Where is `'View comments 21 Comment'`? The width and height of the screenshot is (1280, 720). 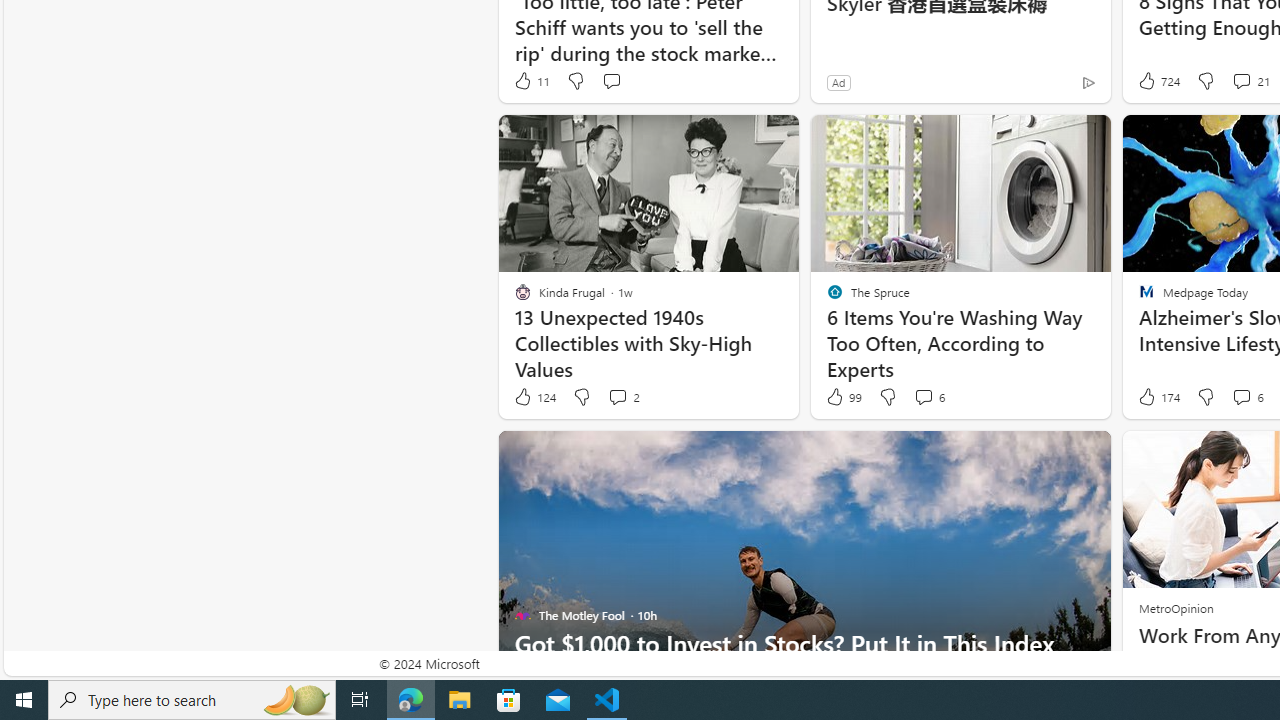 'View comments 21 Comment' is located at coordinates (1248, 80).